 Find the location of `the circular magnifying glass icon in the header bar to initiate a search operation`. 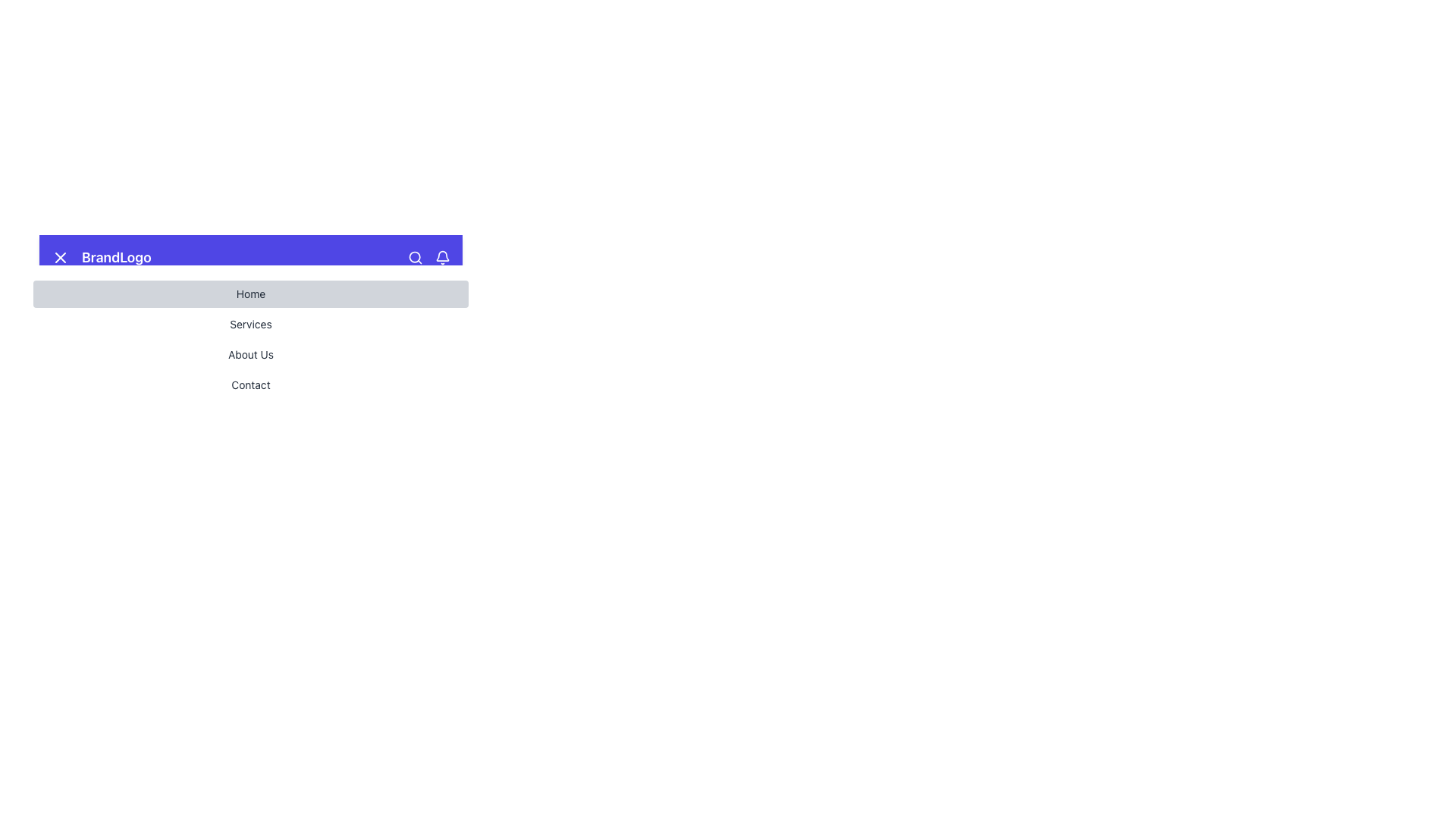

the circular magnifying glass icon in the header bar to initiate a search operation is located at coordinates (415, 256).